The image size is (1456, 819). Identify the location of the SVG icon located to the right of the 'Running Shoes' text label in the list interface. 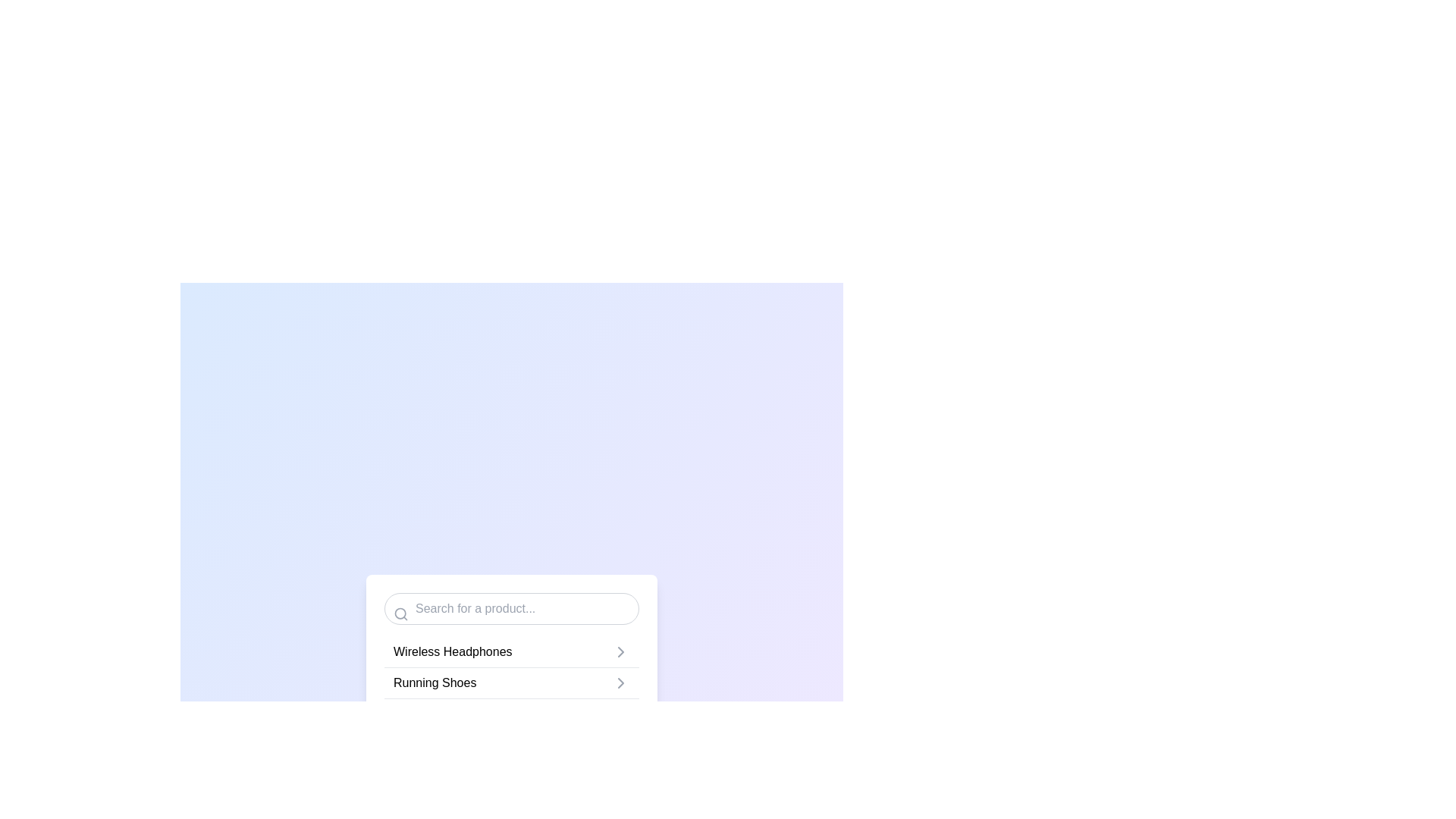
(621, 683).